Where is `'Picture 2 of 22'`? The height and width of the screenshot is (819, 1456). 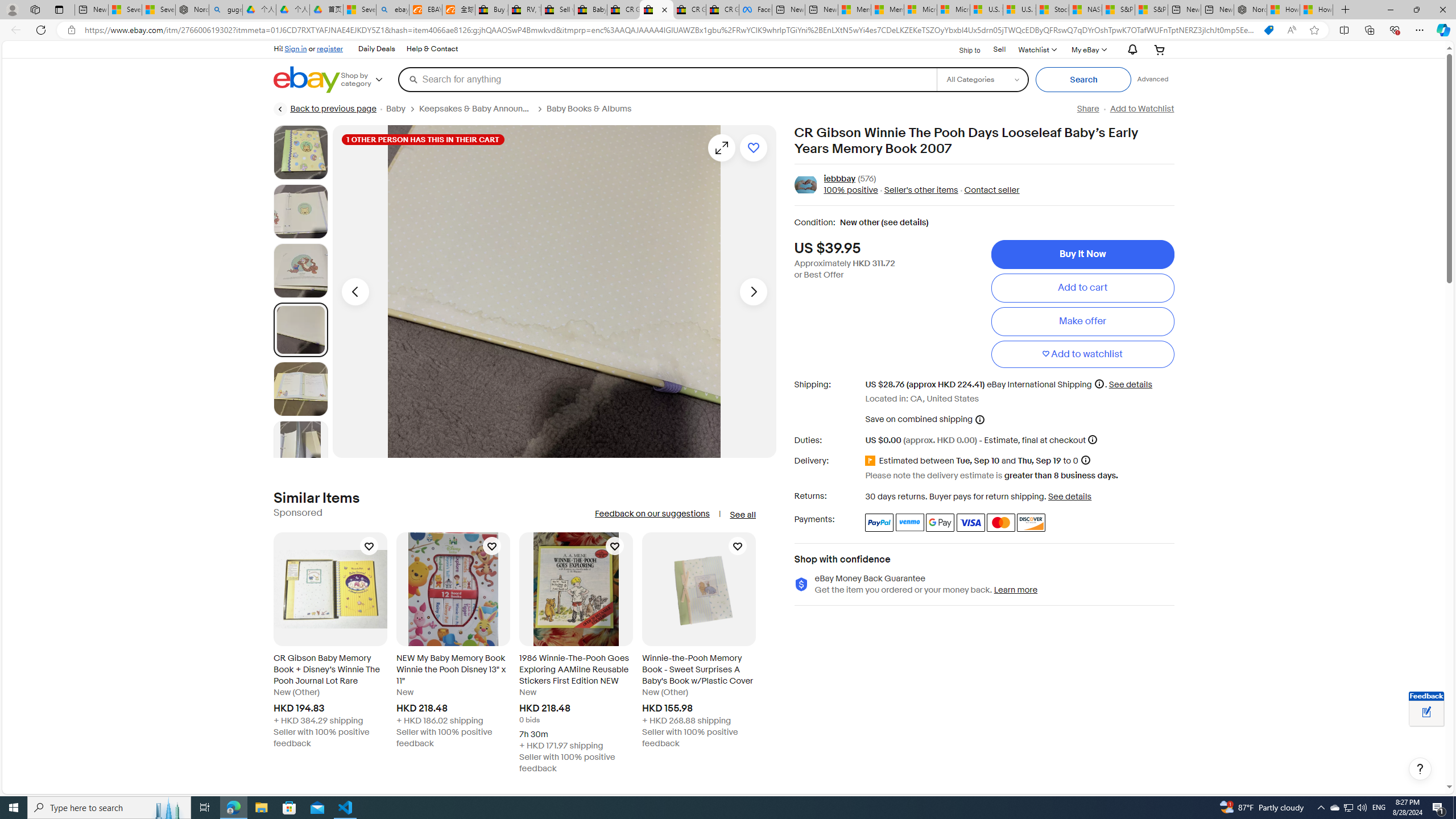 'Picture 2 of 22' is located at coordinates (300, 211).